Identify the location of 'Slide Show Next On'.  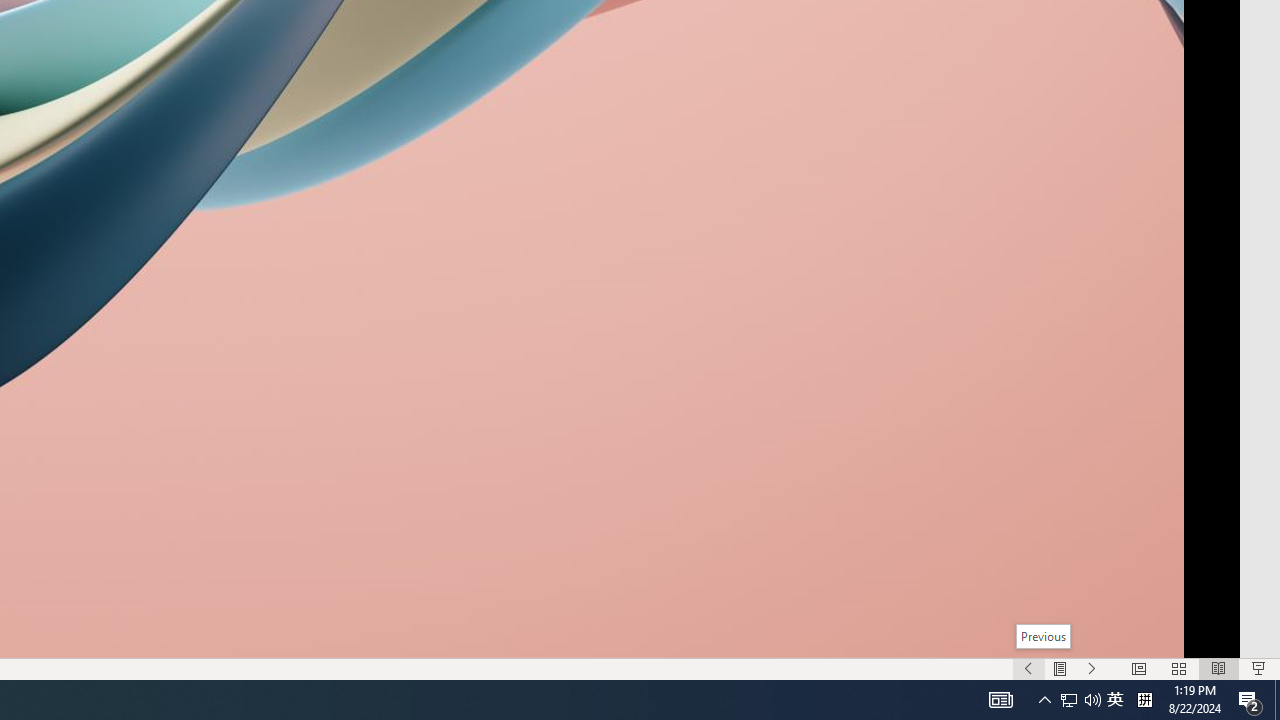
(1091, 669).